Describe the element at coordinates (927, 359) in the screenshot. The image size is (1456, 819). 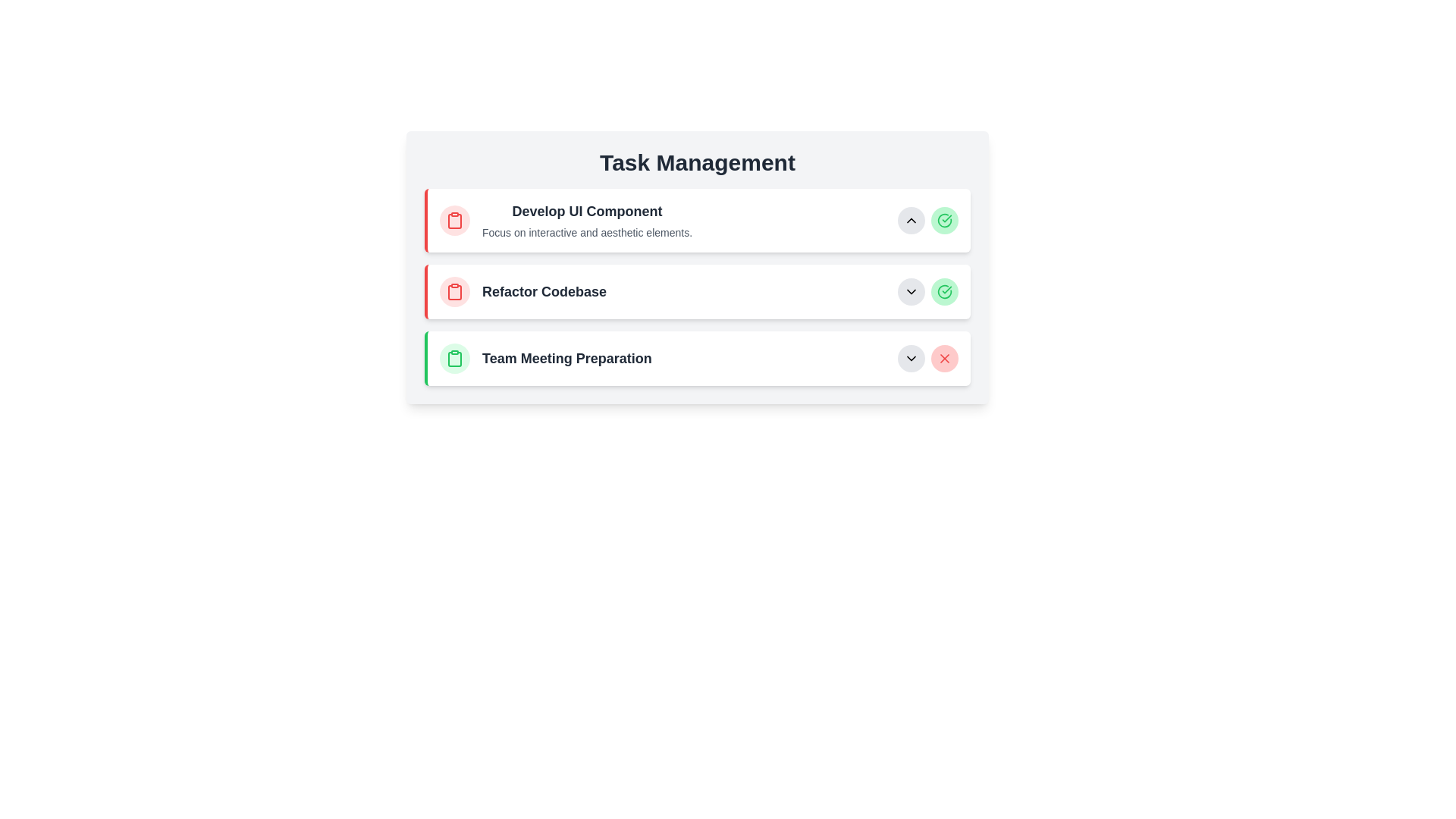
I see `the delete button located at the rightmost part of the 'Team Meeting Preparation' task row` at that location.